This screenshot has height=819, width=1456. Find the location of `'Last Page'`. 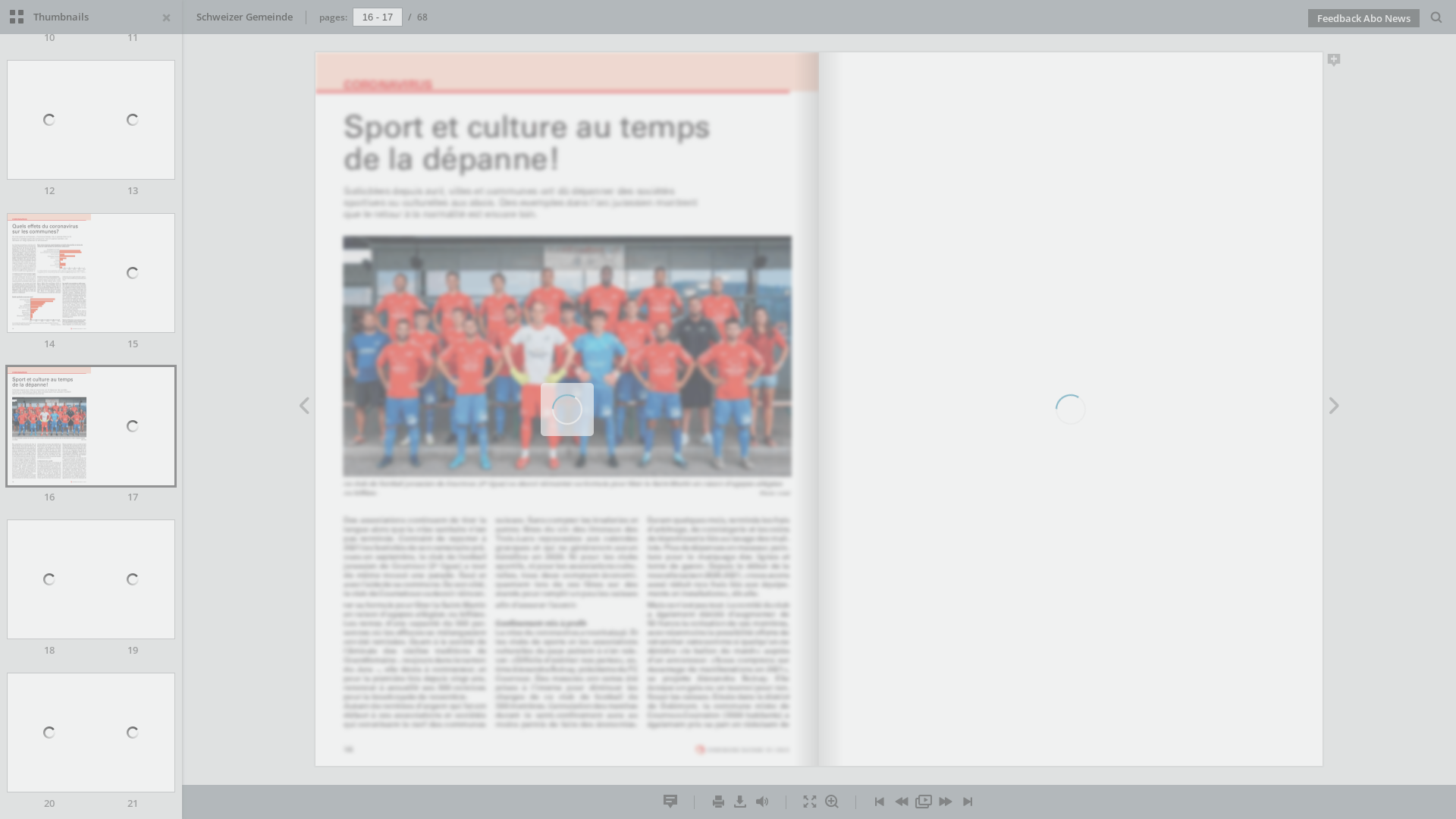

'Last Page' is located at coordinates (967, 801).